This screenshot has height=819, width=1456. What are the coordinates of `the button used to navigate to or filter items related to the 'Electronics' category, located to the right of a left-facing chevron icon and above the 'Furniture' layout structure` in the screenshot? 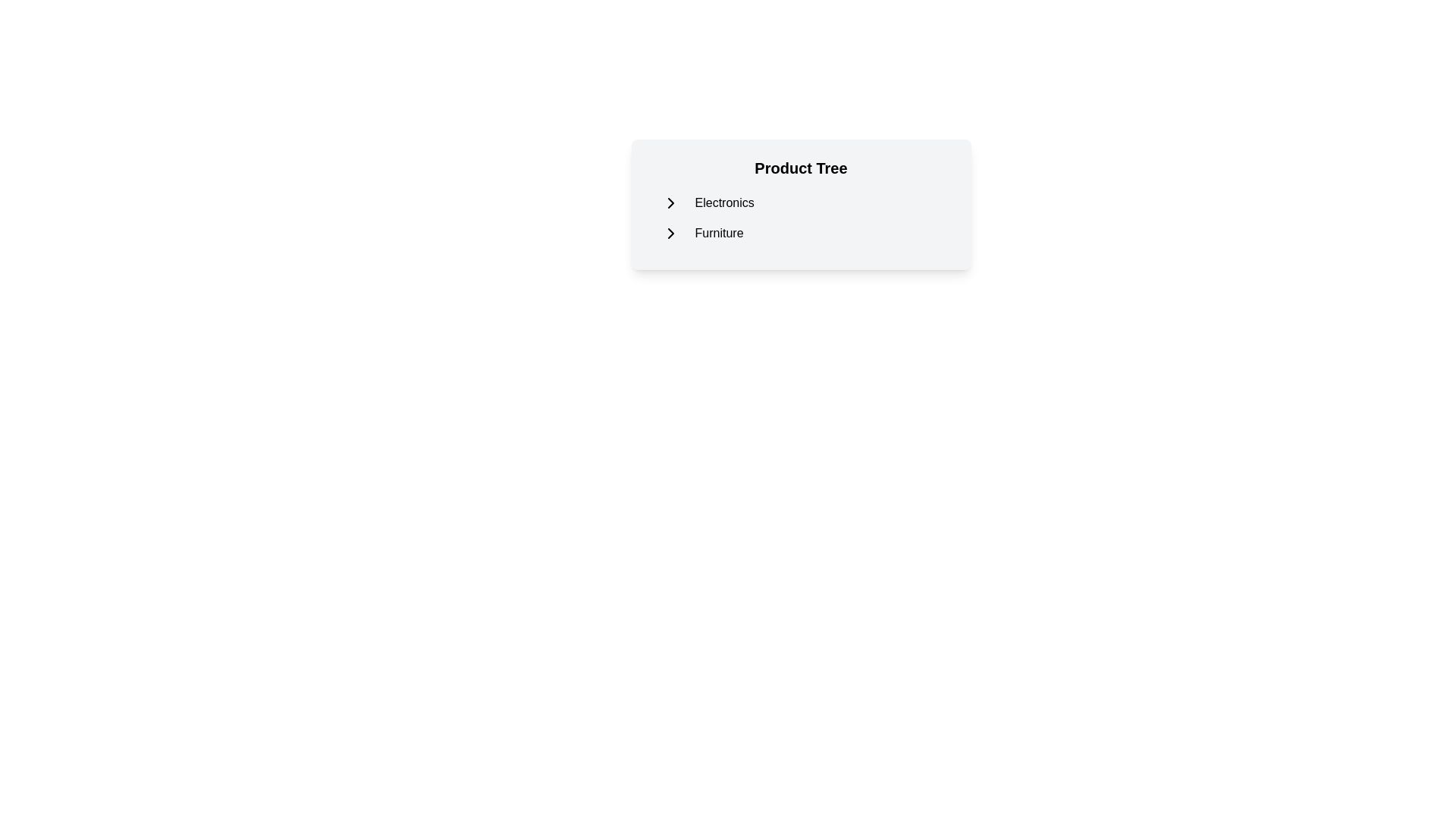 It's located at (723, 202).